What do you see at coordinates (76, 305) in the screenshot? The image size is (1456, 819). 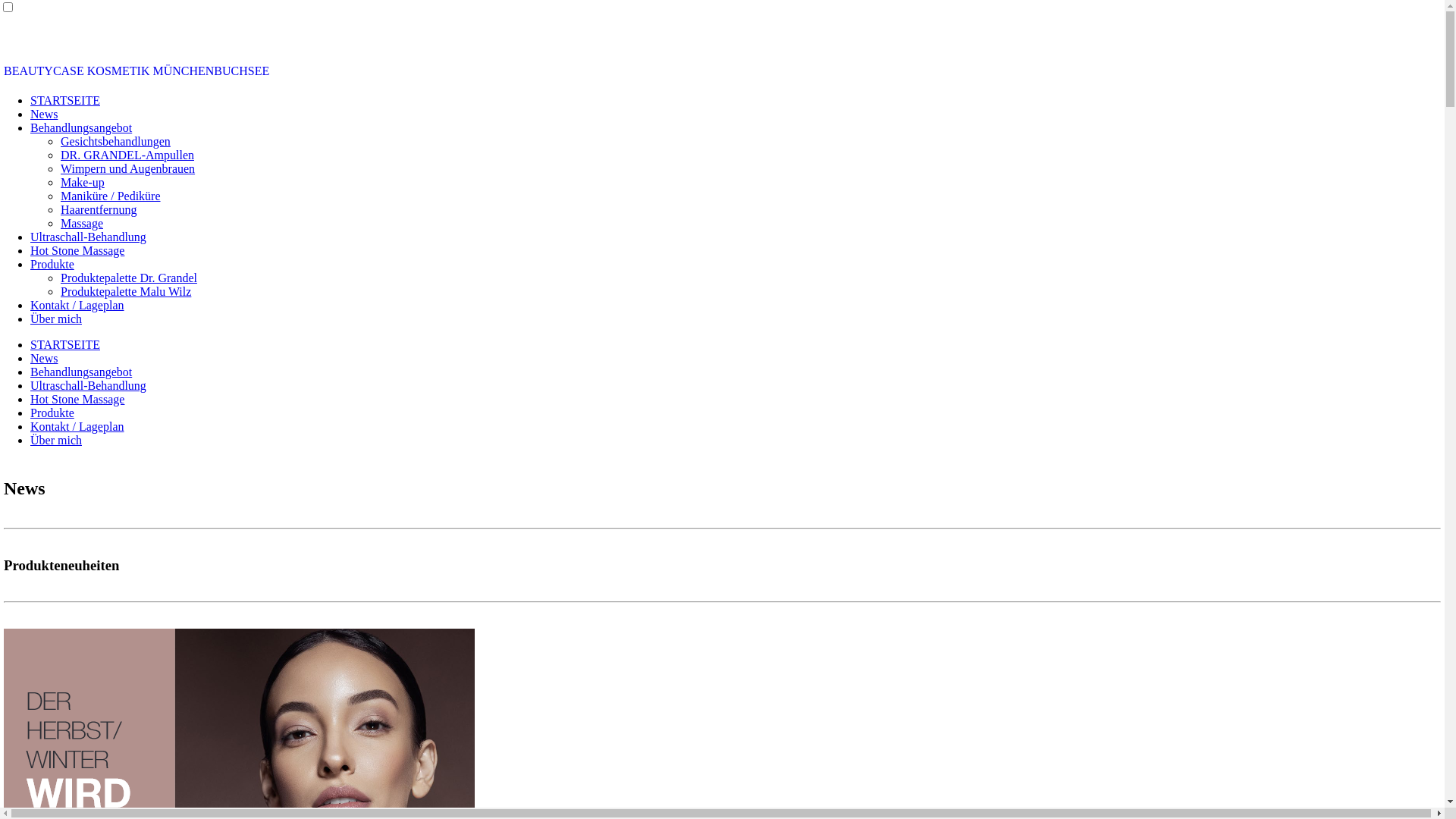 I see `'Kontakt / Lageplan'` at bounding box center [76, 305].